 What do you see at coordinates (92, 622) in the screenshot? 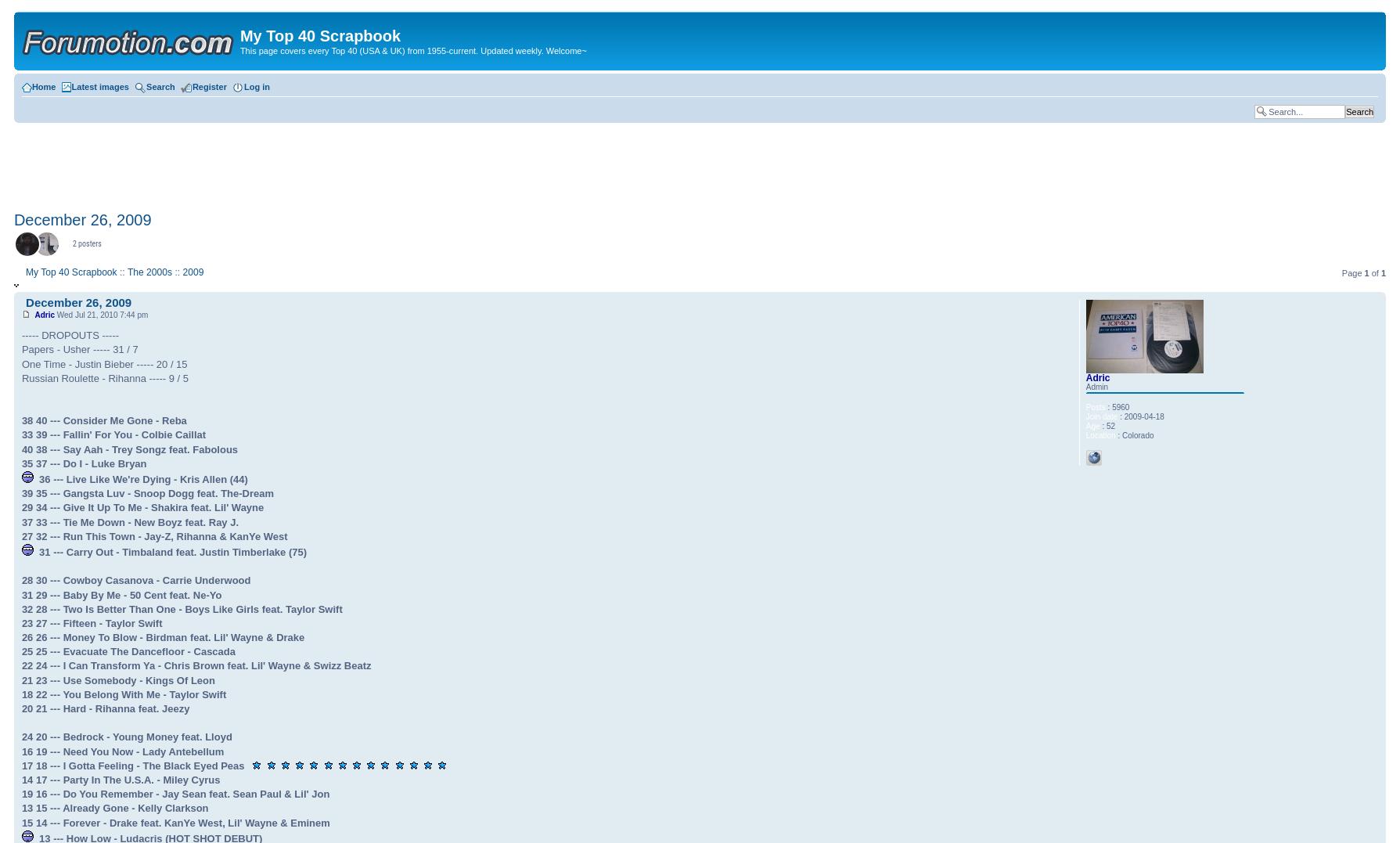
I see `'23 27 --- Fifteen - Taylor Swift'` at bounding box center [92, 622].